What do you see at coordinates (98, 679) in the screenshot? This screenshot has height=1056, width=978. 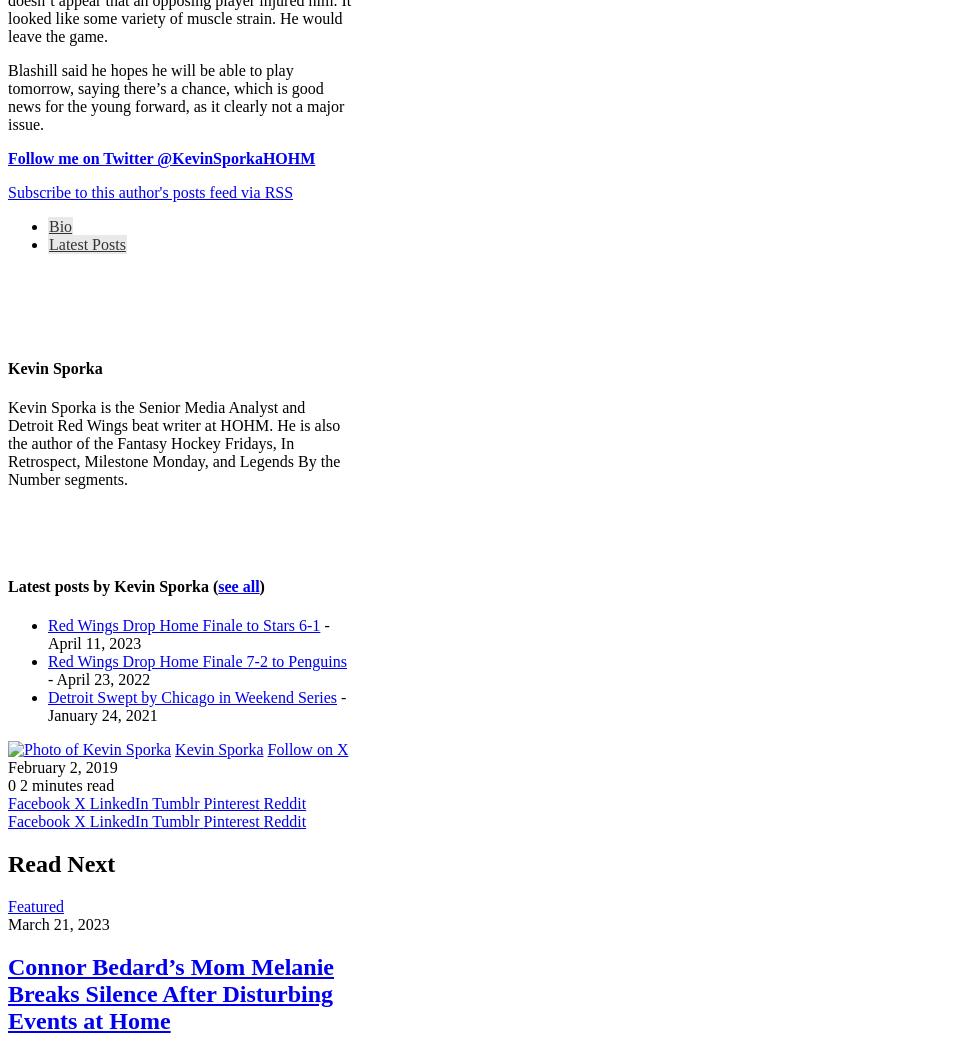 I see `'- April 23, 2022'` at bounding box center [98, 679].